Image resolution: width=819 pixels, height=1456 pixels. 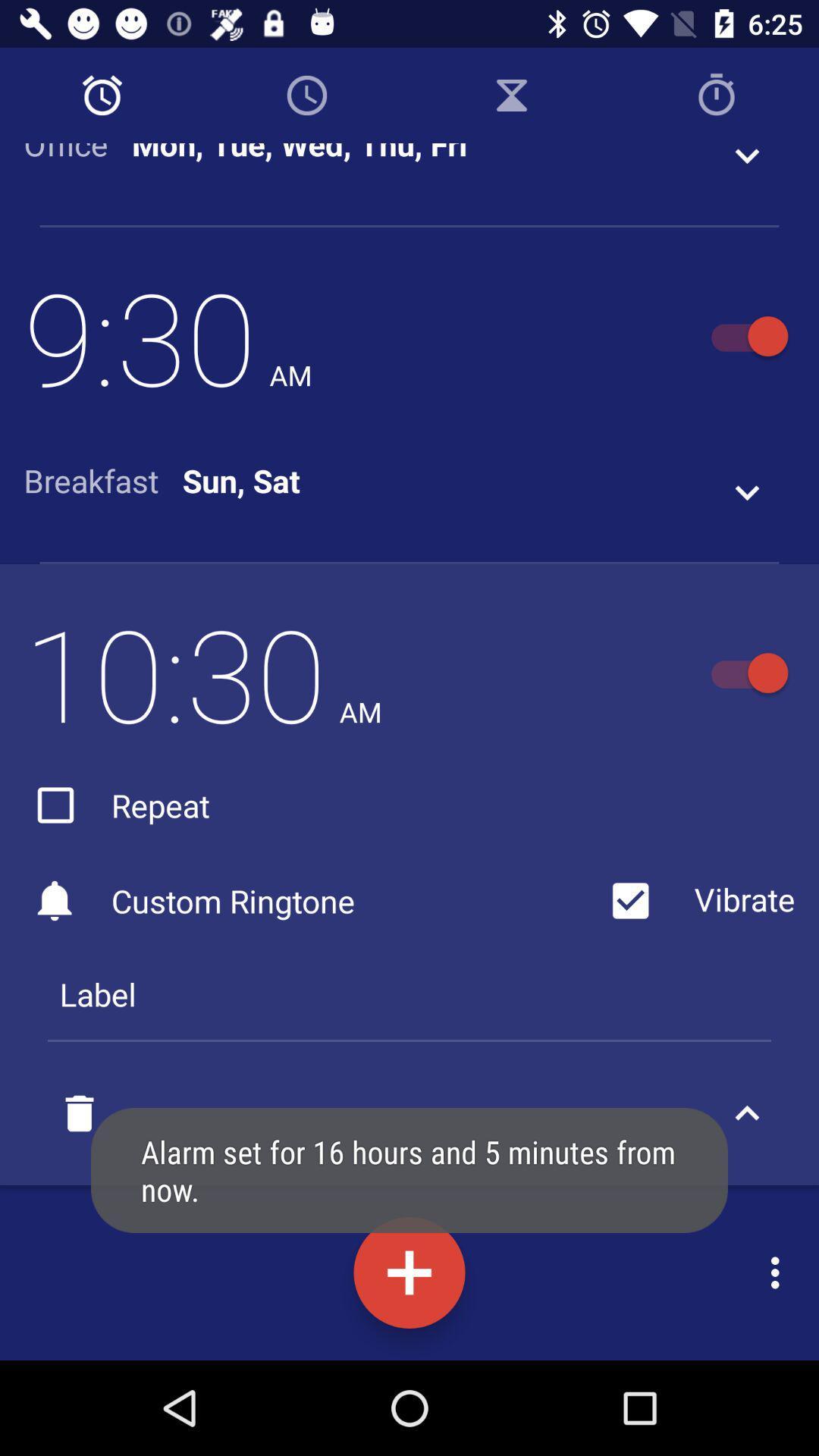 What do you see at coordinates (409, 1272) in the screenshot?
I see `the add icon` at bounding box center [409, 1272].